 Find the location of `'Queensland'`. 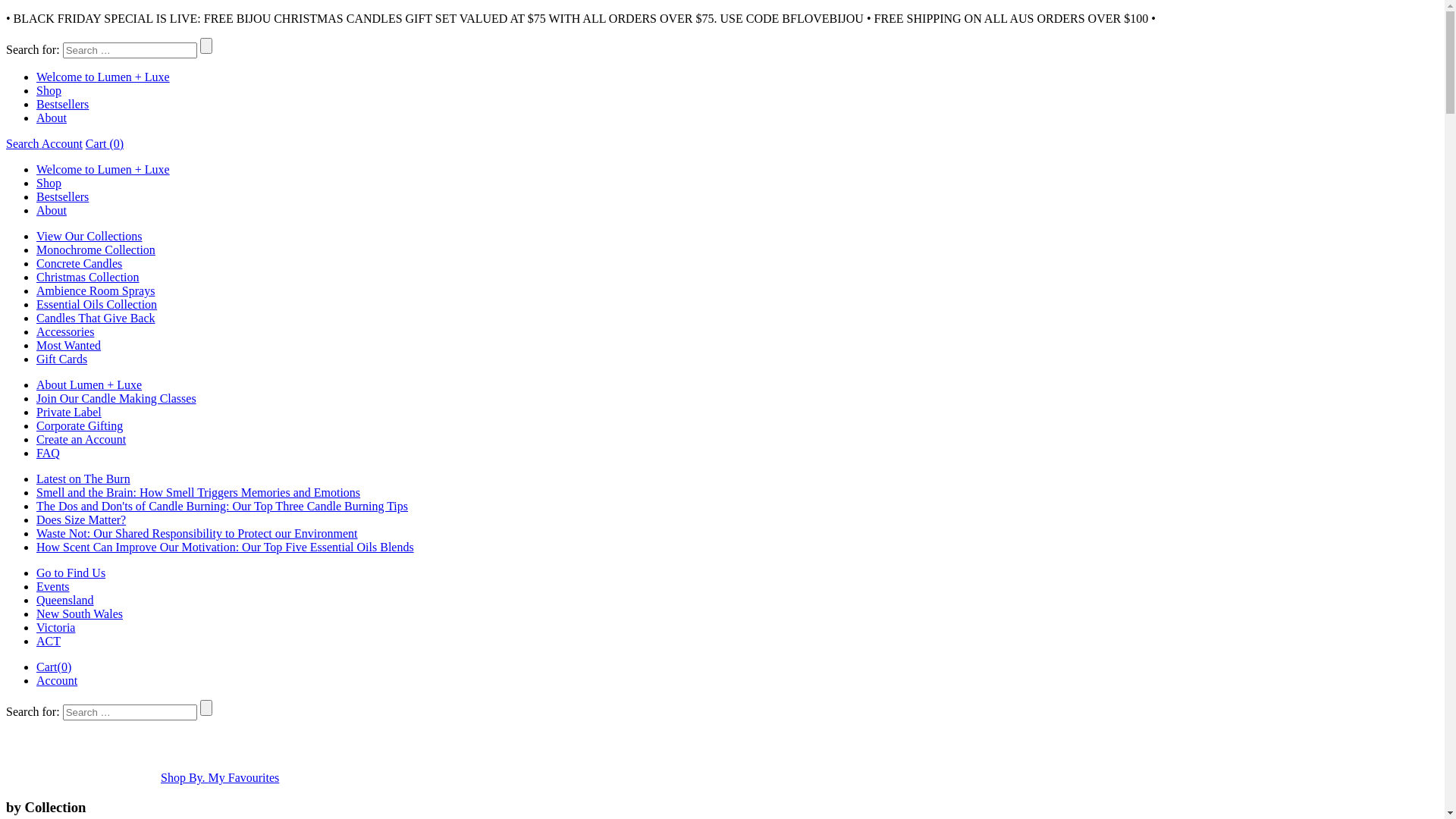

'Queensland' is located at coordinates (64, 599).